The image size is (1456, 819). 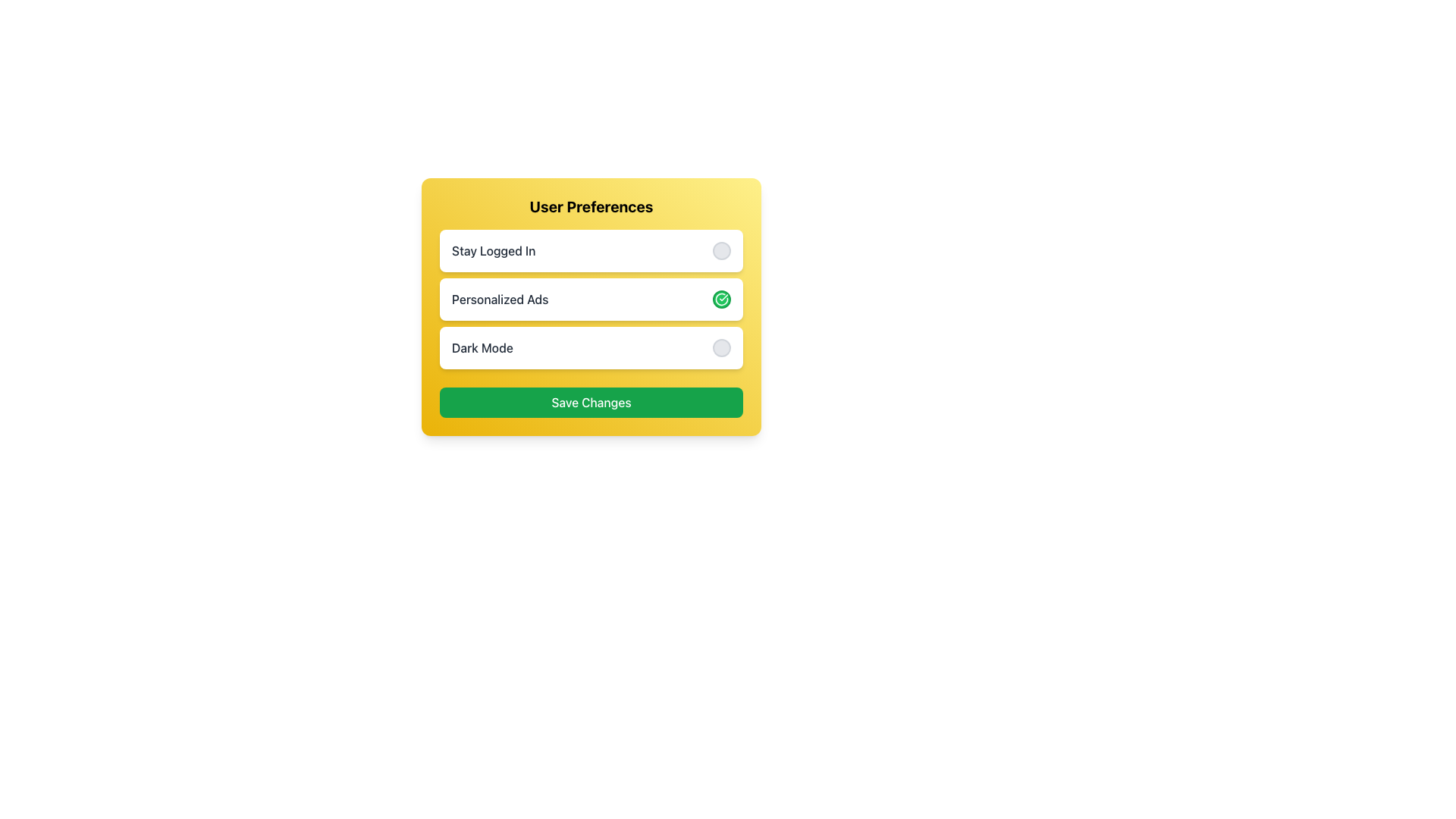 I want to click on the 'Save Changes' button, which is a green rectangular button with rounded corners located at the bottom of the 'User Preferences' card layout, so click(x=590, y=402).